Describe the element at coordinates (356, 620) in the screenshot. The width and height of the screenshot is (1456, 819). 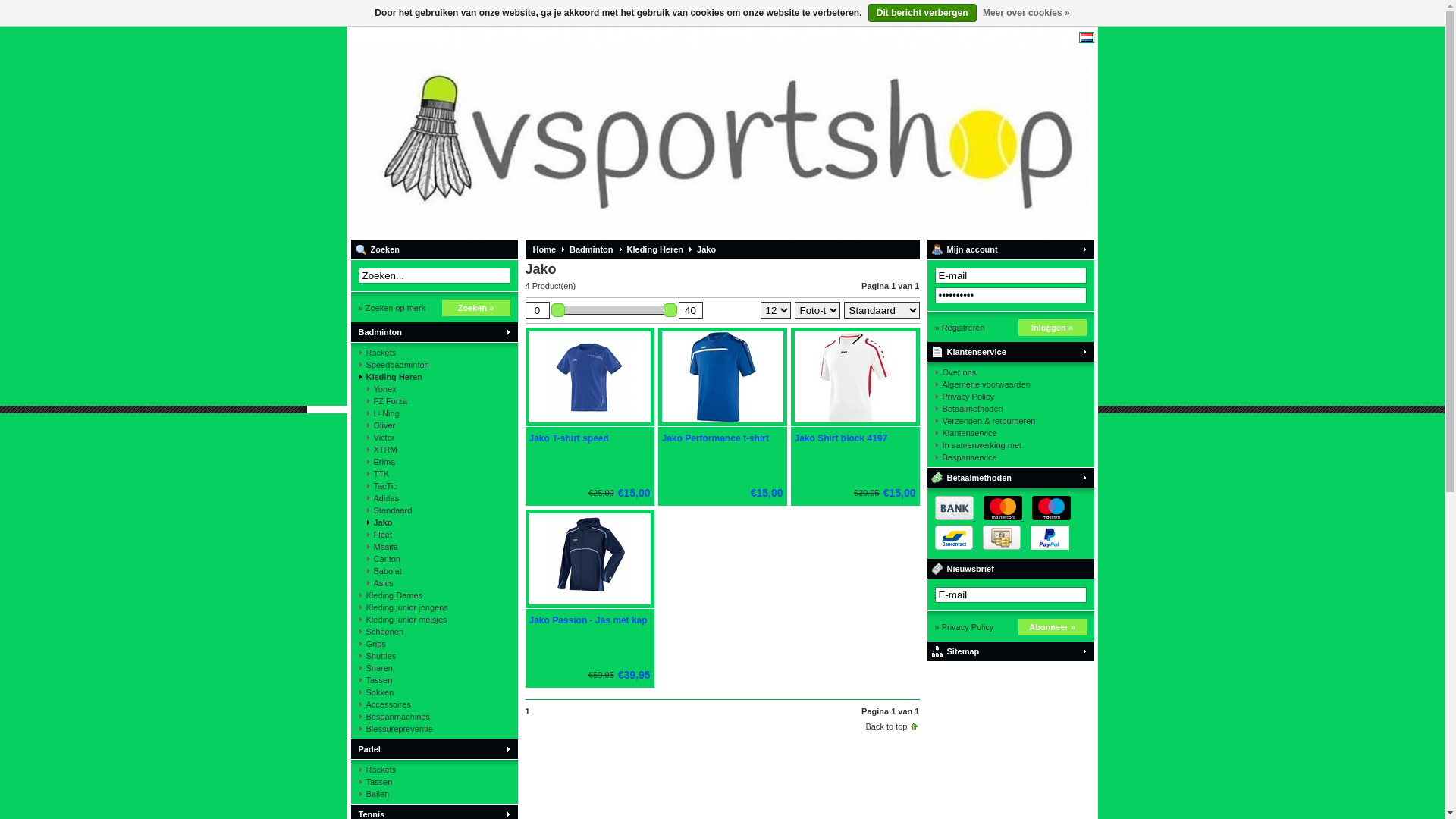
I see `'Kleding junior meisjes'` at that location.